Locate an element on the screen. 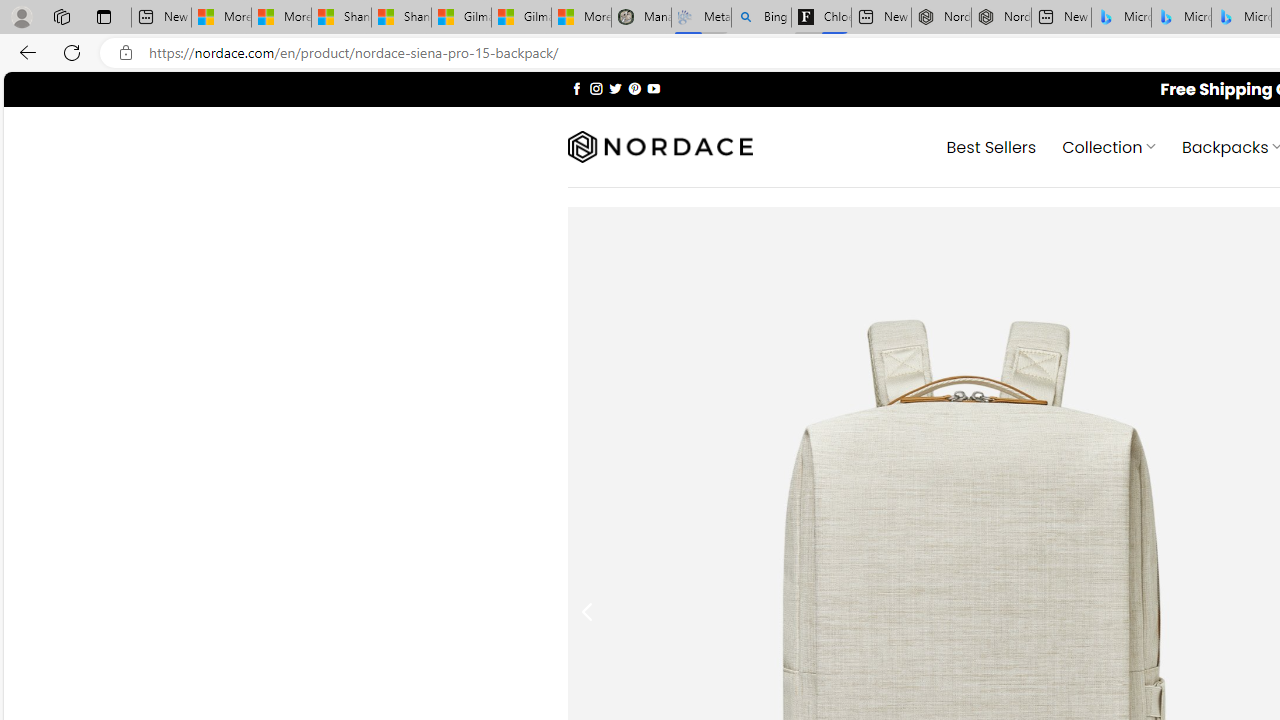  'Workspaces' is located at coordinates (61, 16).